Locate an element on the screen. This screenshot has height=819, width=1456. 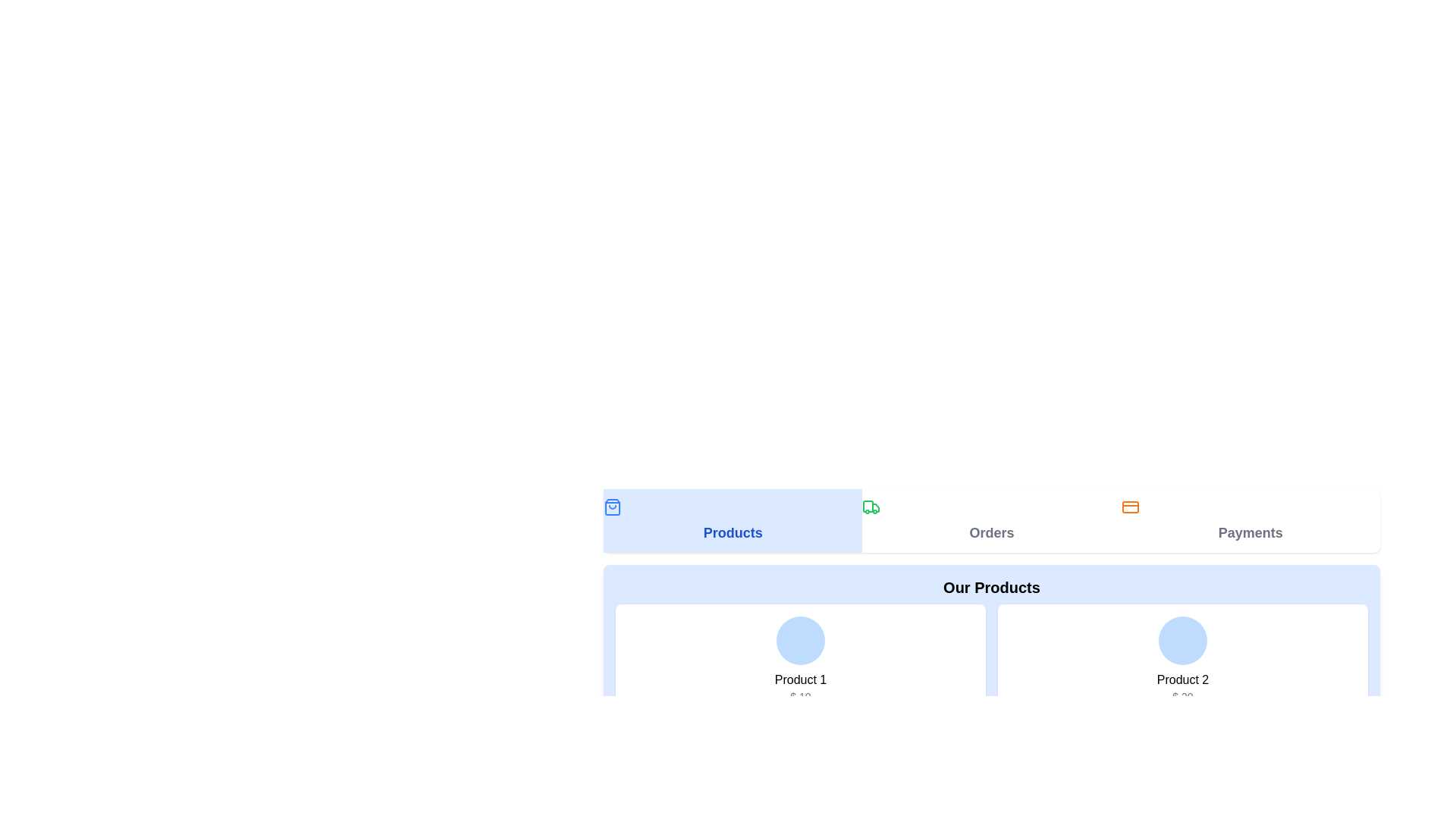
the static text displaying '$ 20' that is located below the label 'Product 2' in a card component is located at coordinates (1182, 696).